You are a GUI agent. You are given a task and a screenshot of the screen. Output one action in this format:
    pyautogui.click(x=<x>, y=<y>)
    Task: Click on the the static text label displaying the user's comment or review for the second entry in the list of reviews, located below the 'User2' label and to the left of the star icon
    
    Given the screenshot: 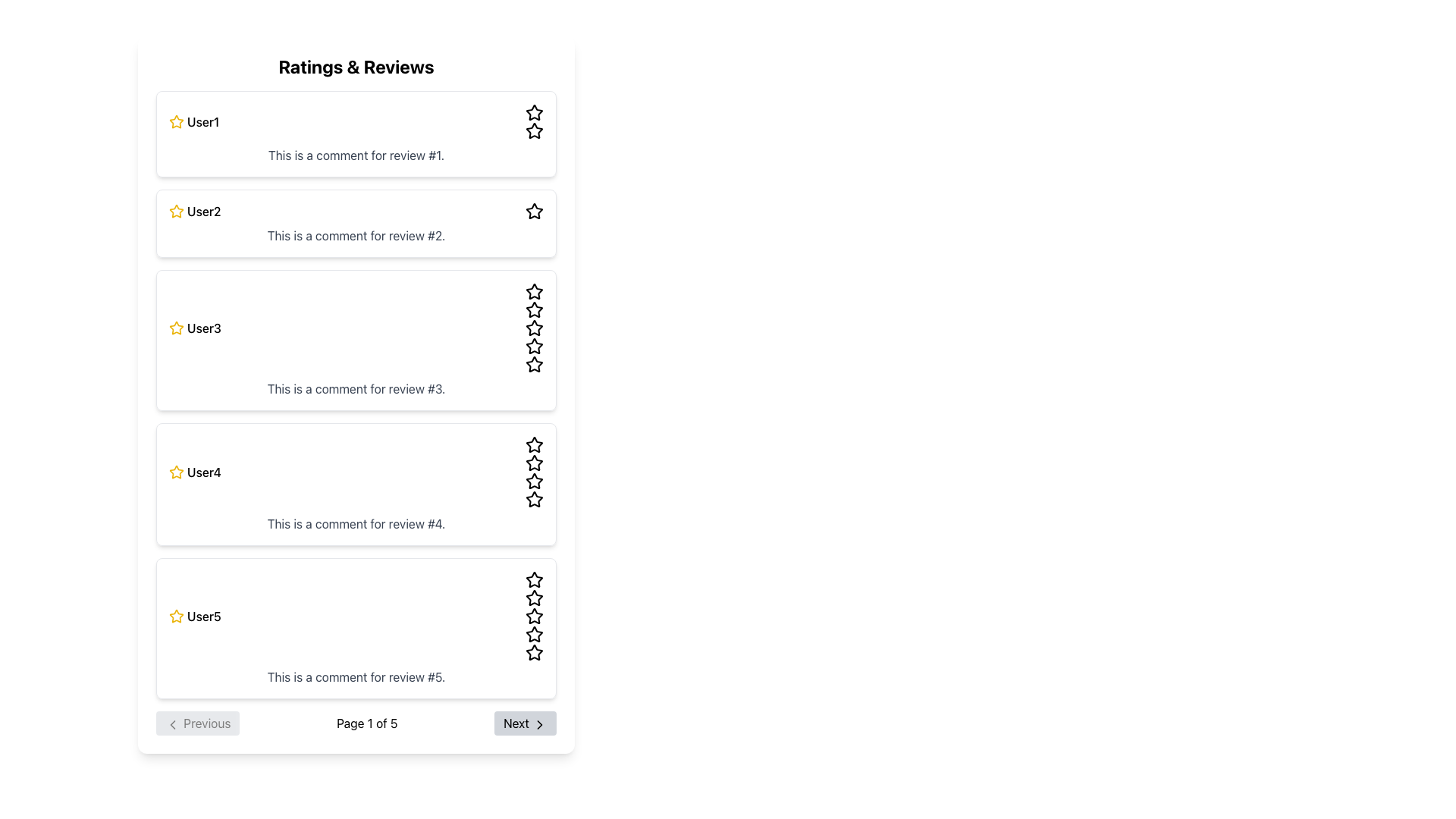 What is the action you would take?
    pyautogui.click(x=356, y=236)
    